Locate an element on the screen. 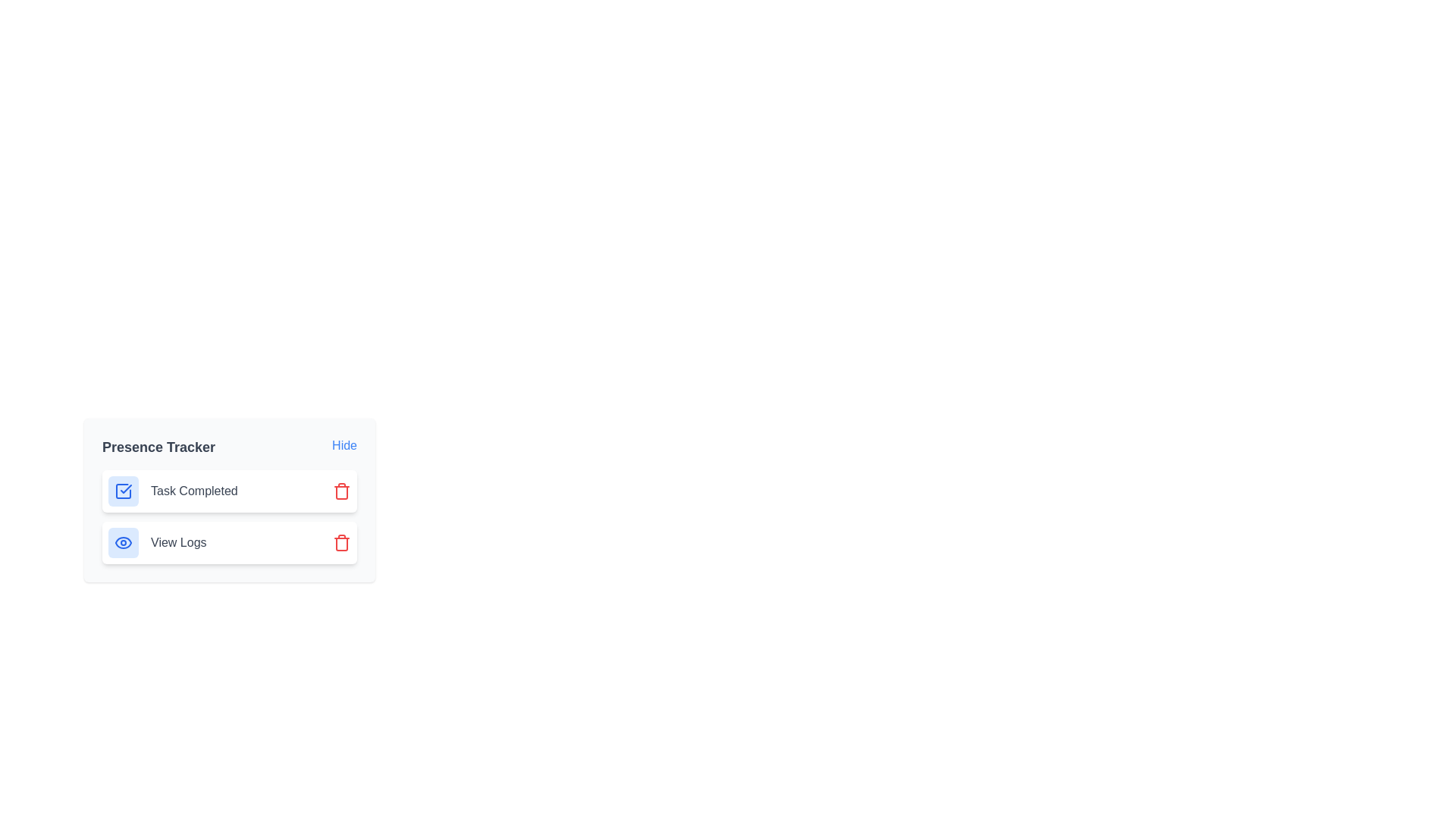  the blue eye icon located to the left of the 'View Logs' label in the bottom entry of the list is located at coordinates (124, 542).